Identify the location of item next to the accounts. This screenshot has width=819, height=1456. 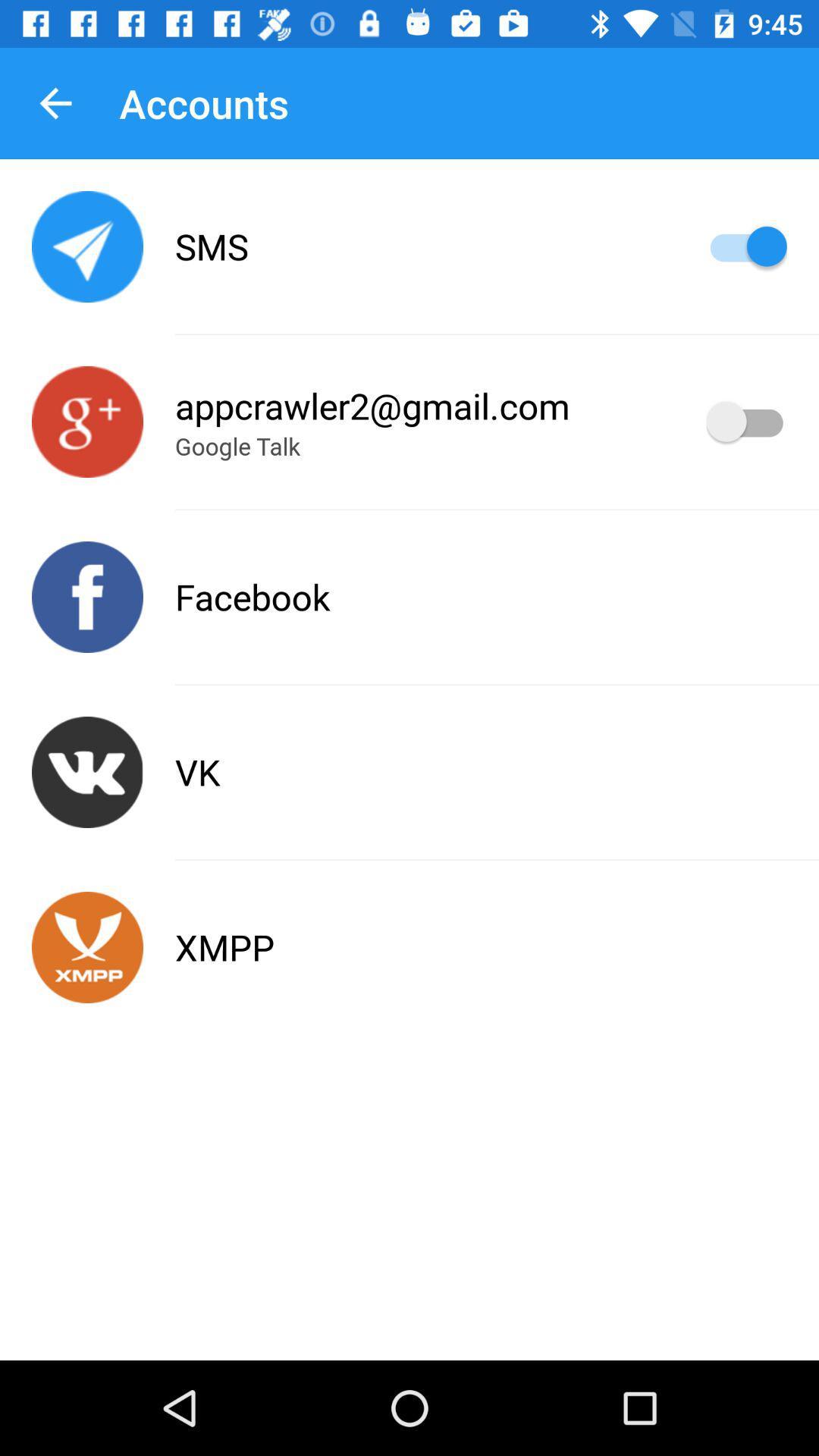
(55, 102).